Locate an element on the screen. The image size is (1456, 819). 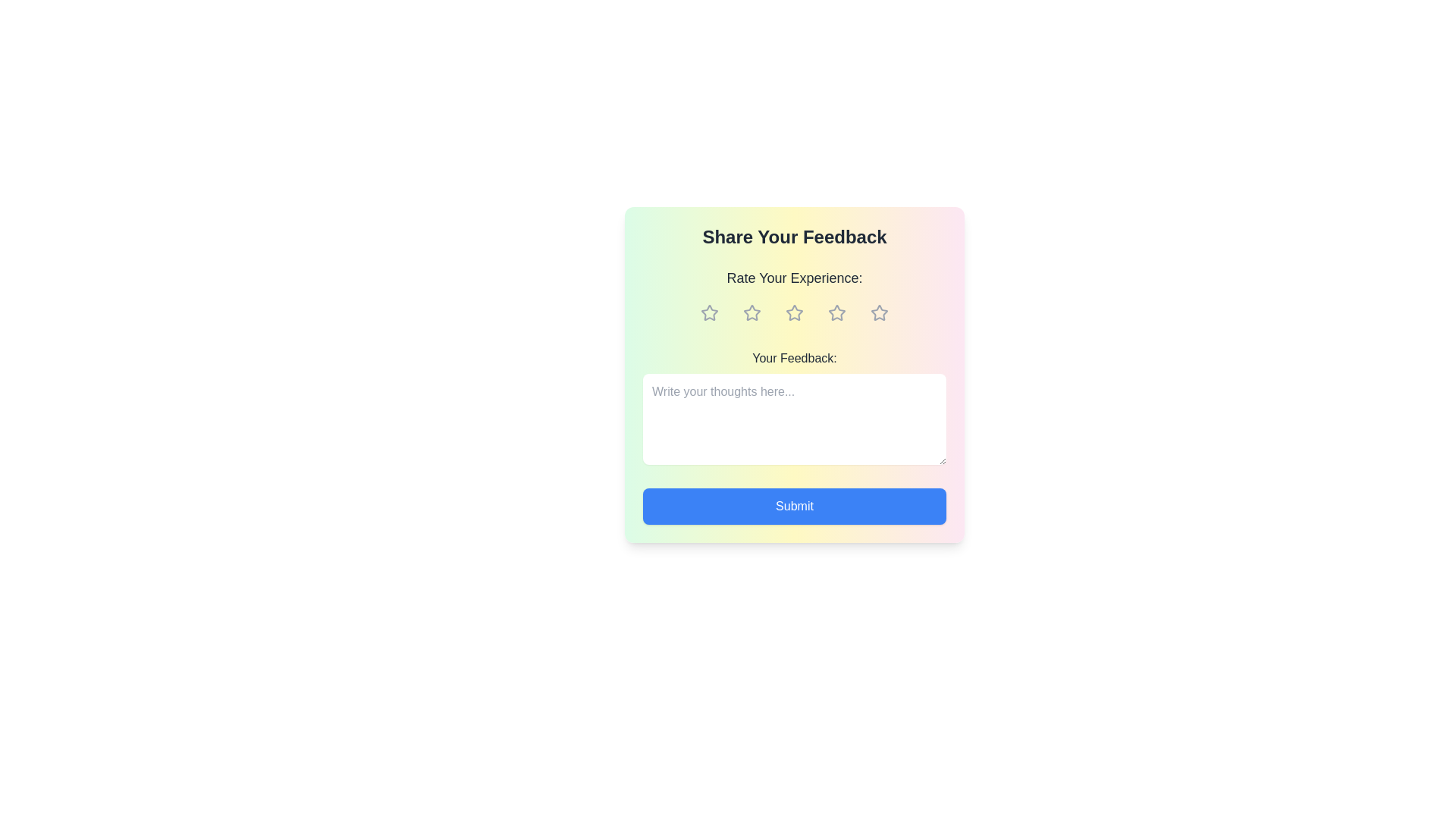
across the third star icon is located at coordinates (793, 312).